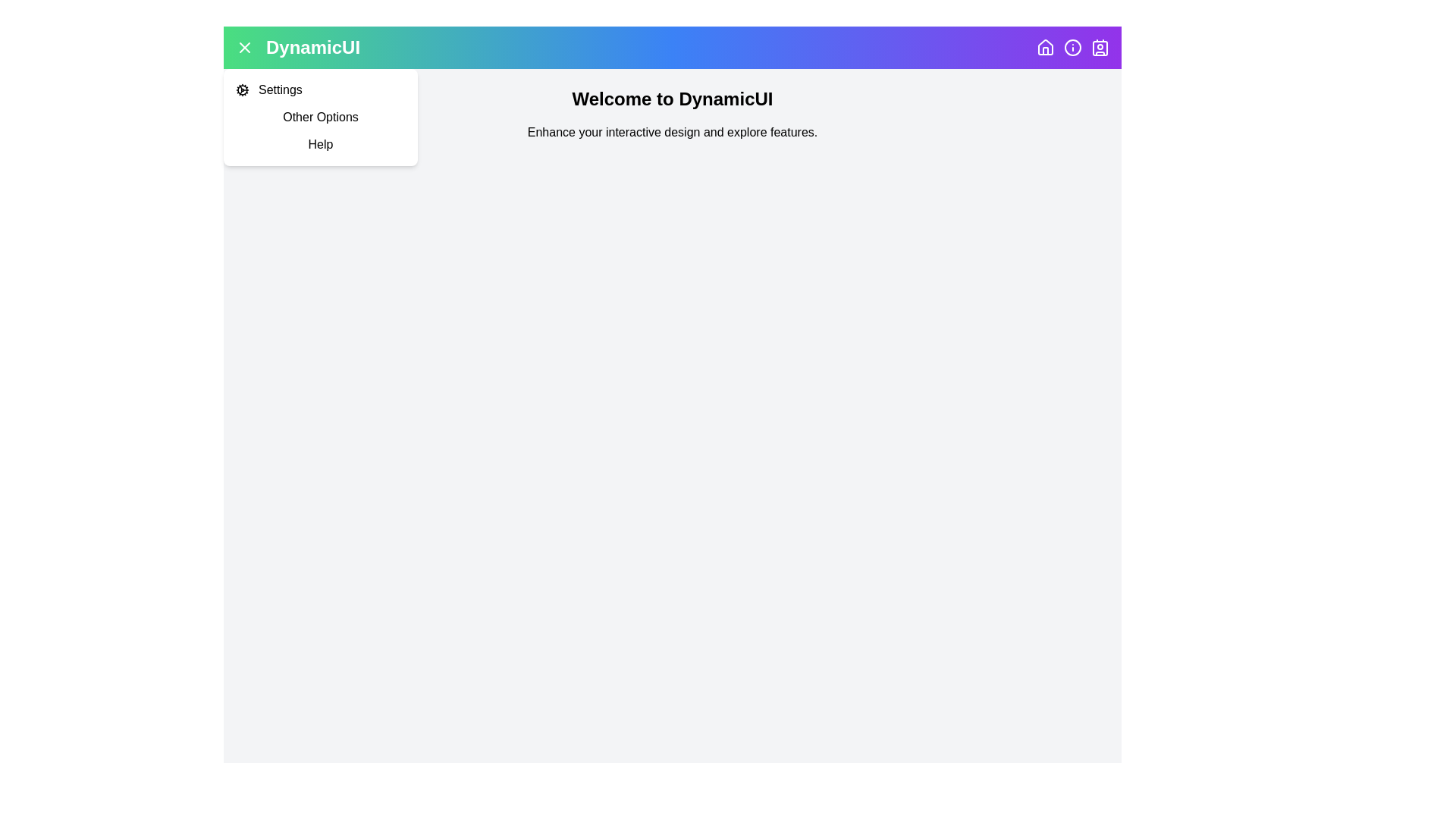 Image resolution: width=1456 pixels, height=819 pixels. What do you see at coordinates (1072, 46) in the screenshot?
I see `the Icon button located in the top-right corner of the interface` at bounding box center [1072, 46].